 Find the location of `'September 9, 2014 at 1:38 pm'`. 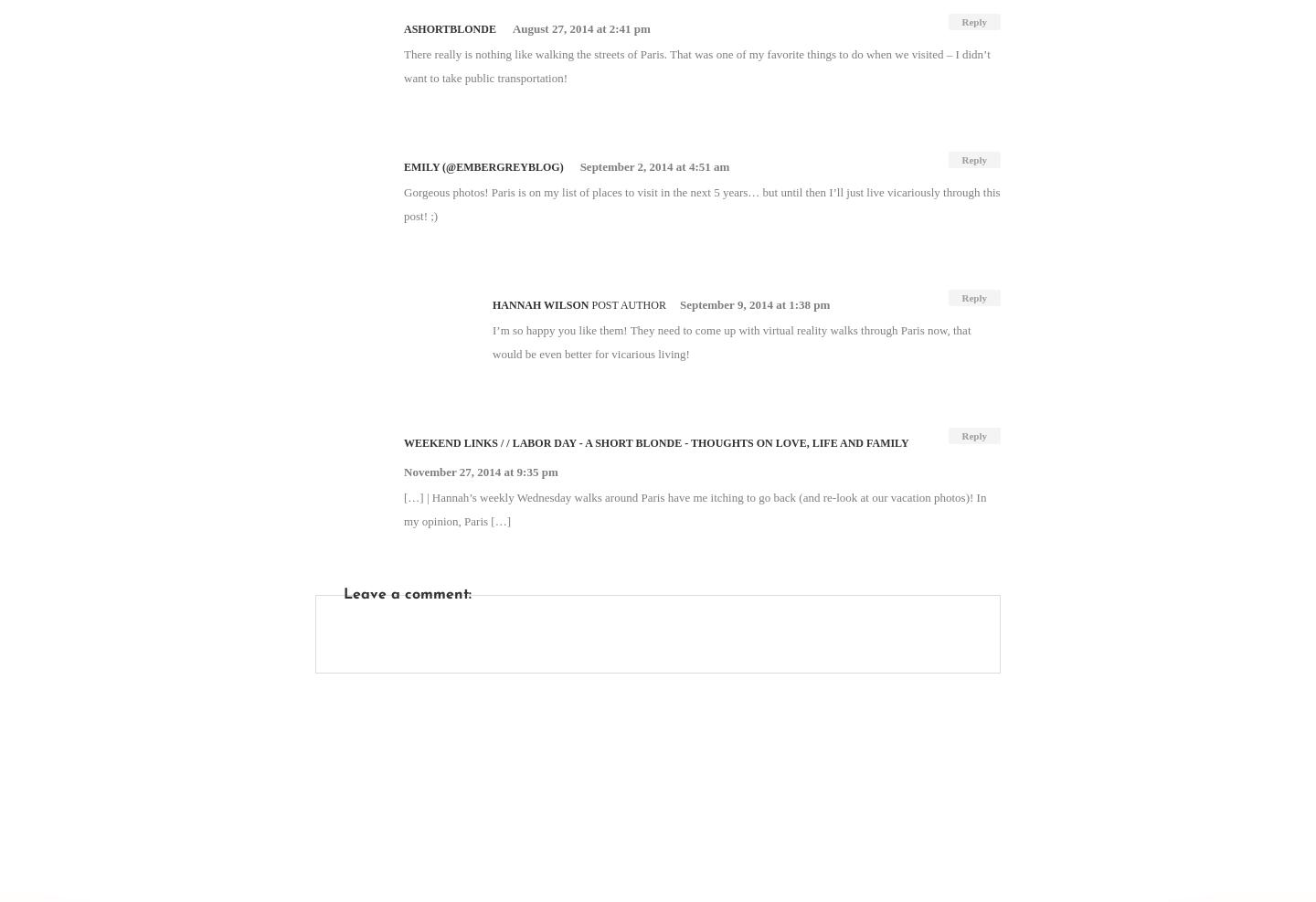

'September 9, 2014 at 1:38 pm' is located at coordinates (754, 302).